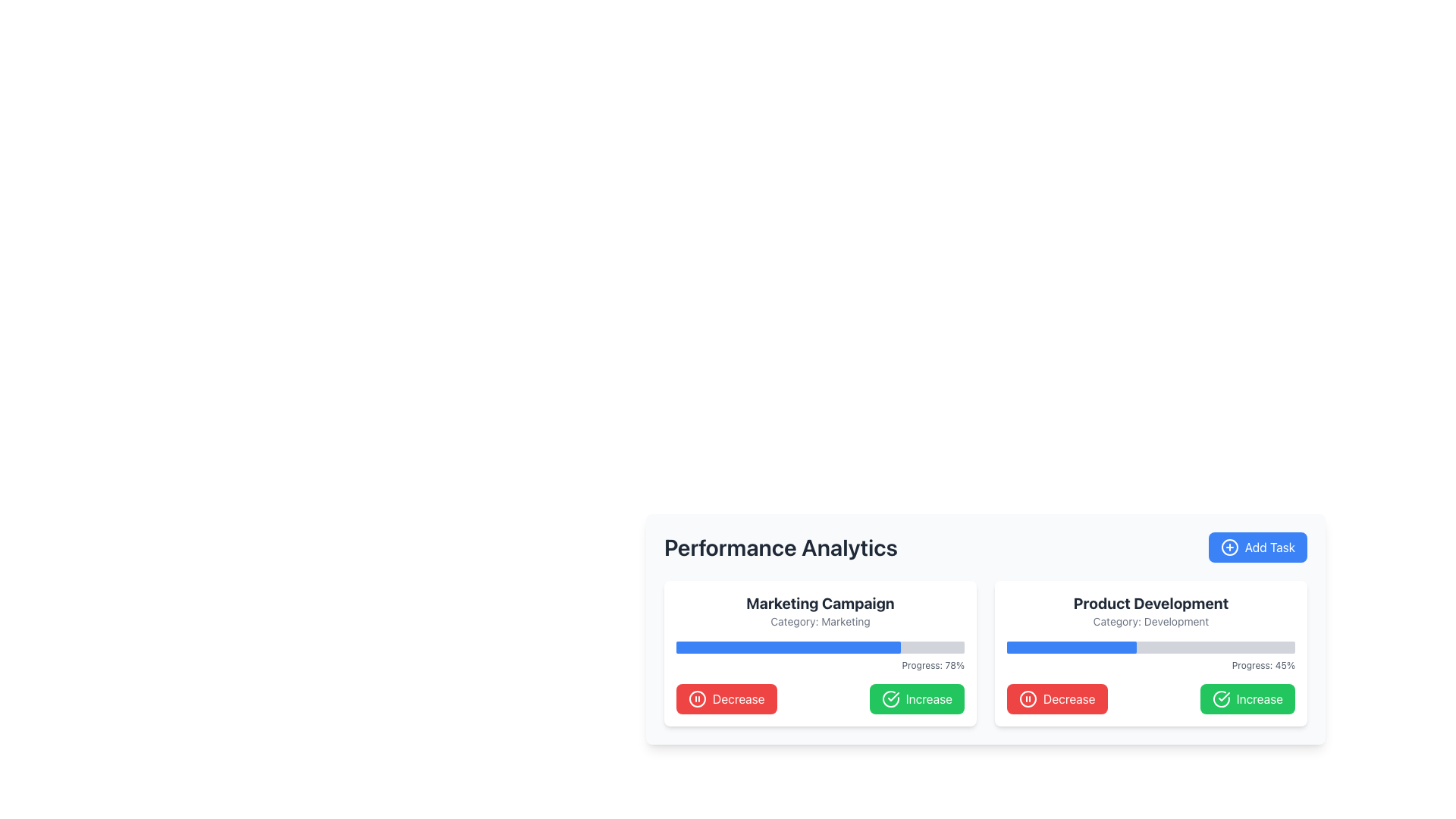 The height and width of the screenshot is (819, 1456). What do you see at coordinates (1229, 547) in the screenshot?
I see `the 'Add Task' button icon located in the top-right corner of the 'Performance Analytics' section` at bounding box center [1229, 547].